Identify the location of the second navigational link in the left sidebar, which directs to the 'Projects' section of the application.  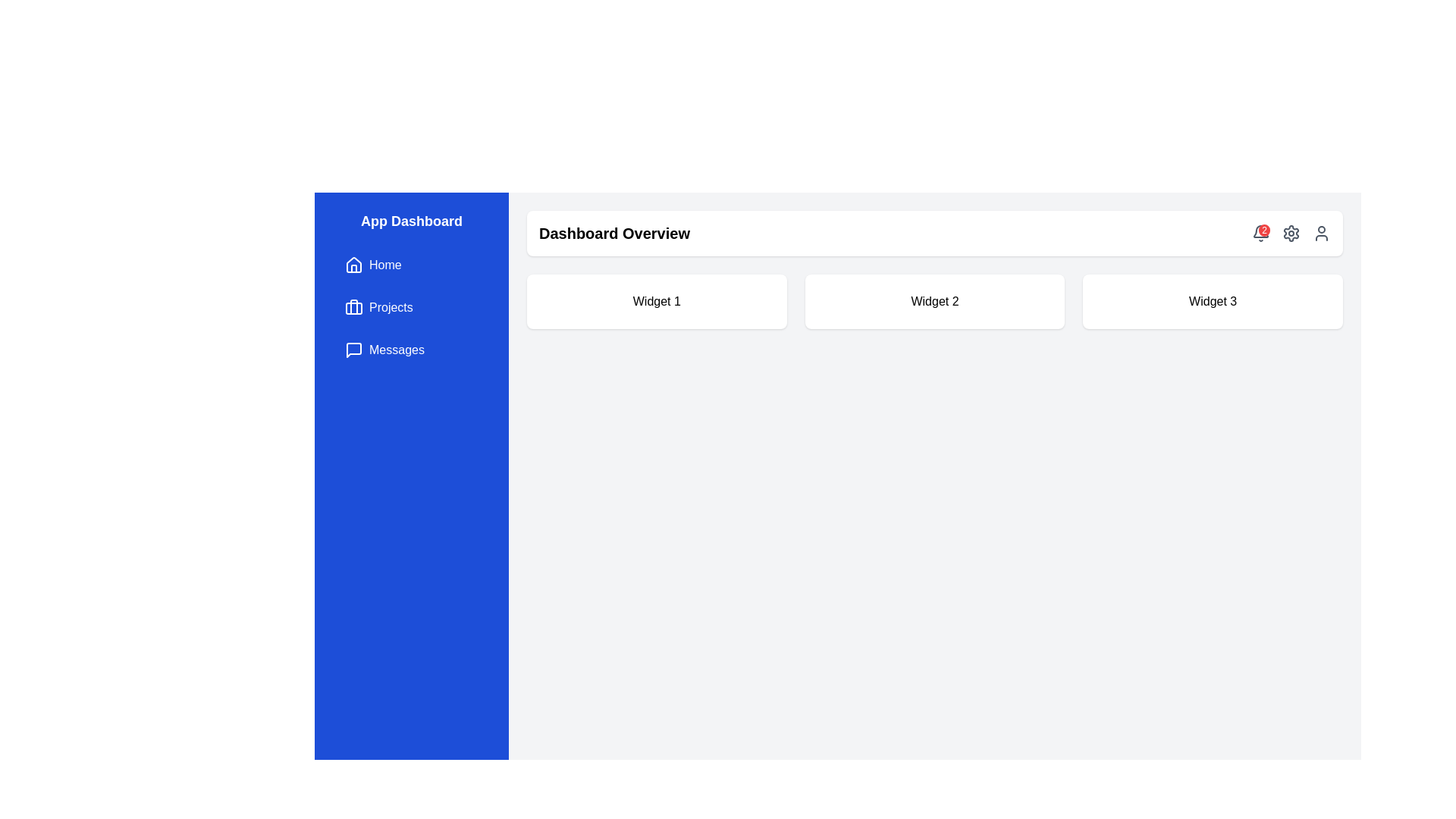
(411, 307).